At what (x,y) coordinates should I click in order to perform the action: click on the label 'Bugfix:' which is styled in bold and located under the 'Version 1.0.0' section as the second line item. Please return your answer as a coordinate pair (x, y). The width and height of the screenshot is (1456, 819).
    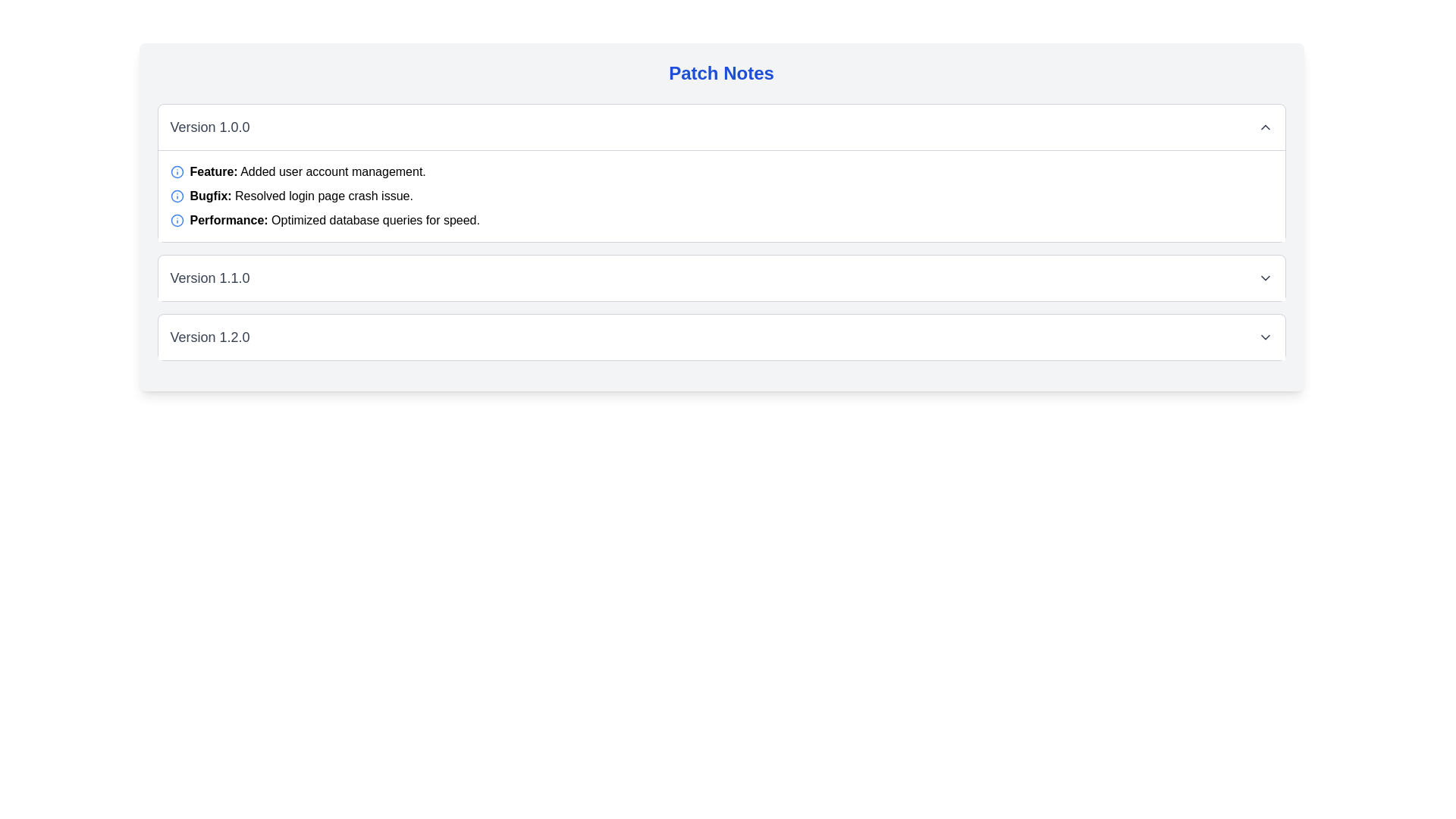
    Looking at the image, I should click on (210, 195).